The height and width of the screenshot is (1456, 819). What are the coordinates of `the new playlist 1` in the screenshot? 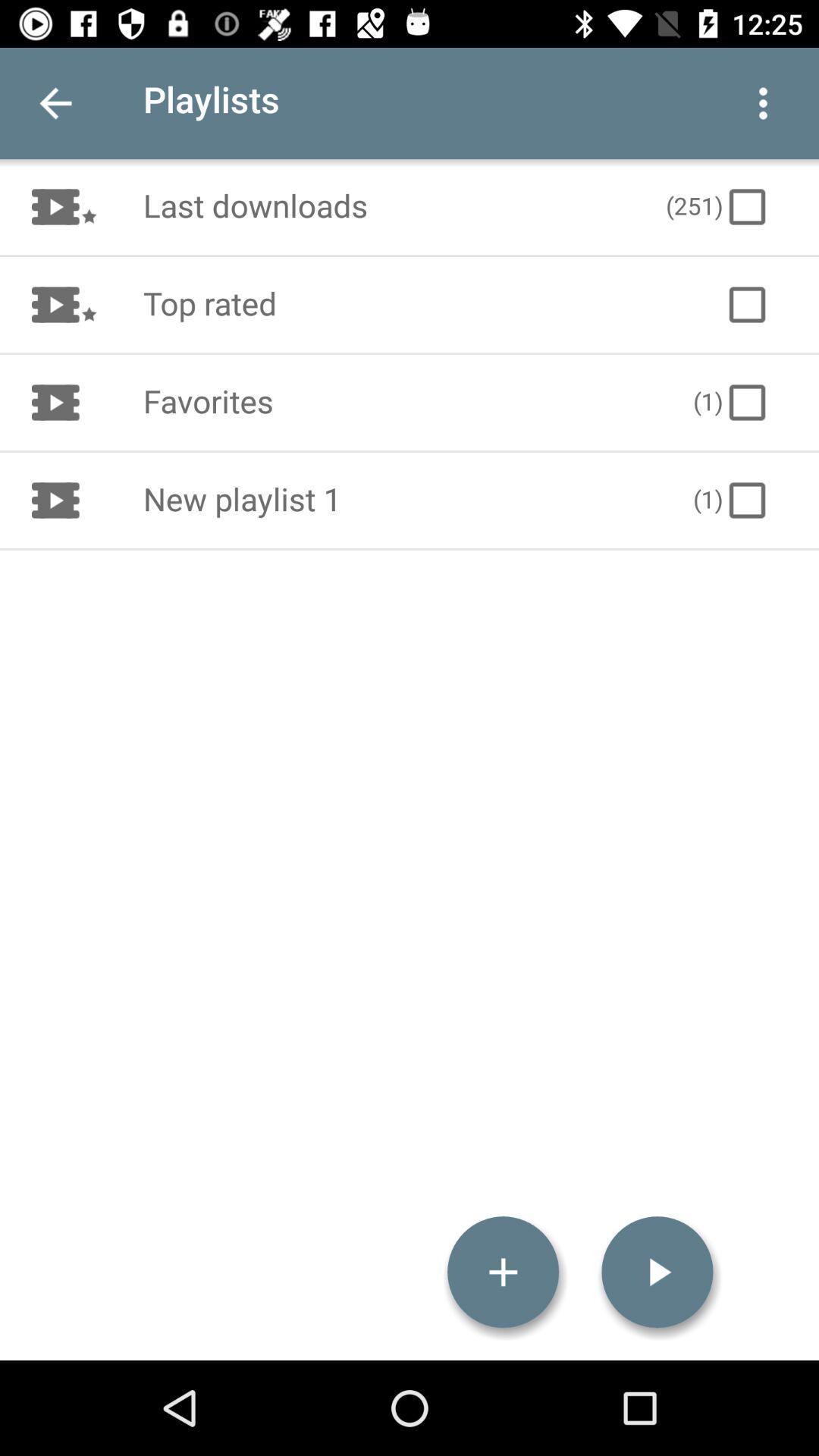 It's located at (401, 500).